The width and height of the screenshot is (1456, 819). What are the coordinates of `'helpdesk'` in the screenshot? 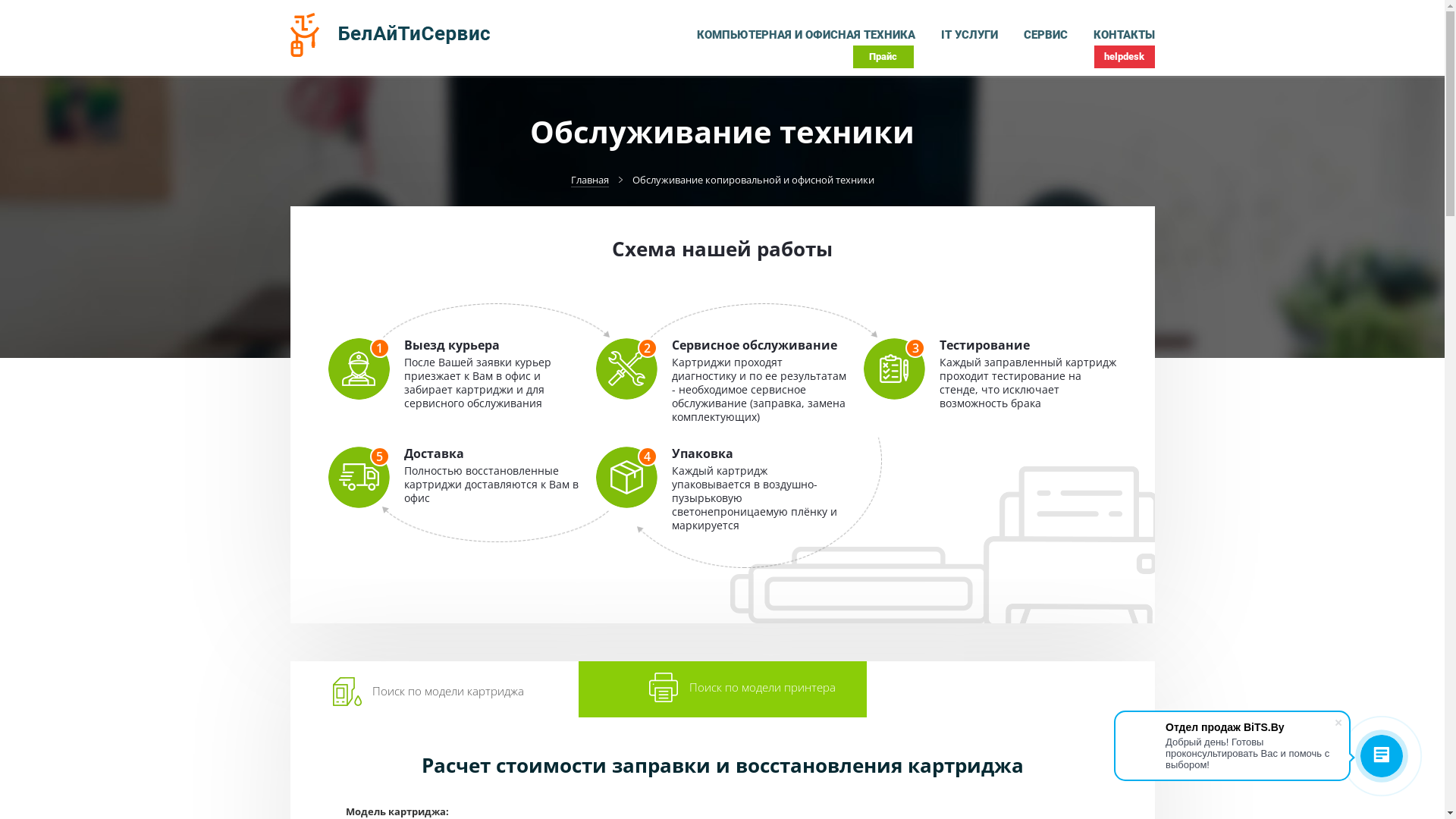 It's located at (1124, 55).